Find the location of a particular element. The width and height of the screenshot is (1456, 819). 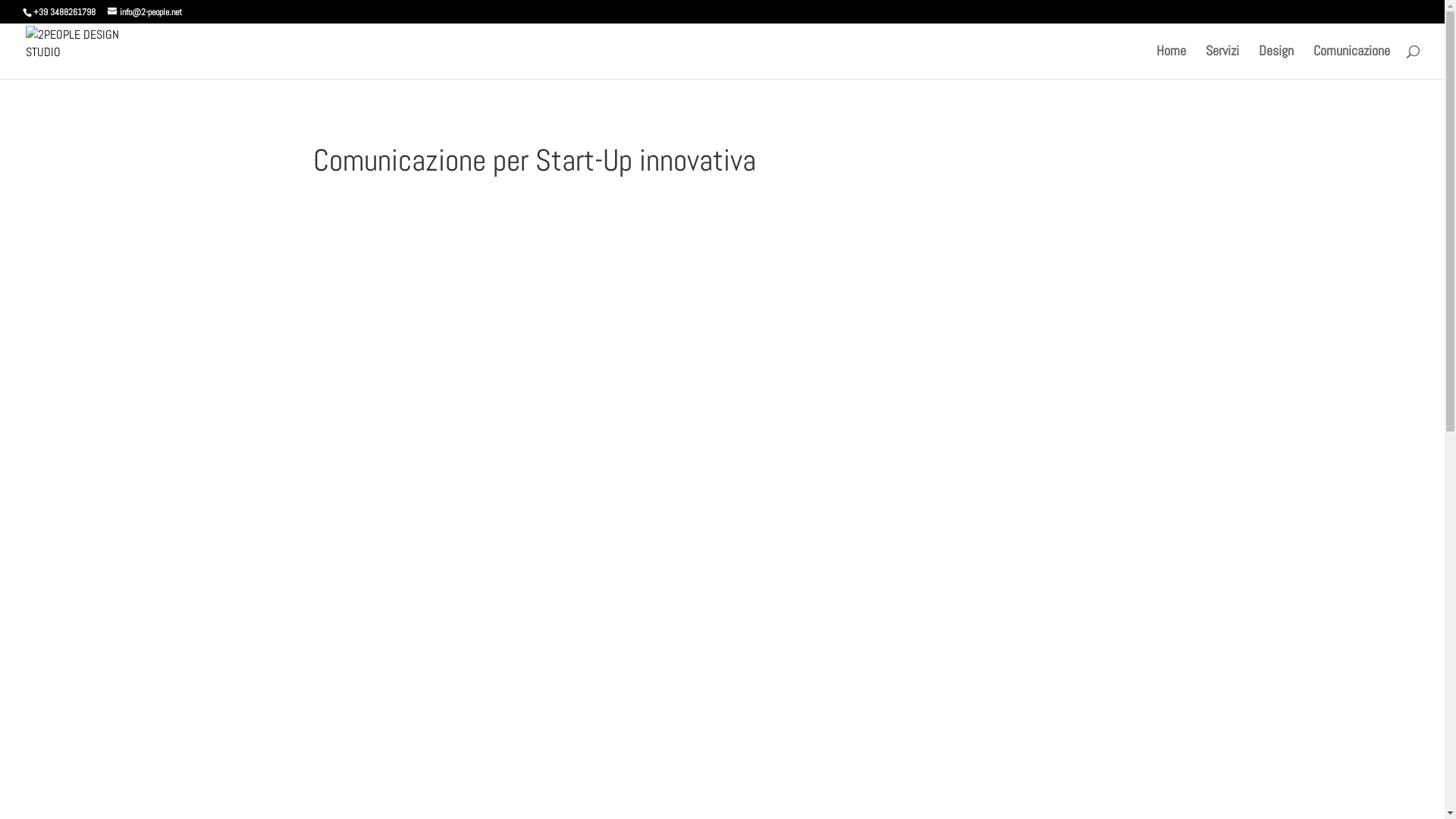

'Comunicazione' is located at coordinates (1351, 61).